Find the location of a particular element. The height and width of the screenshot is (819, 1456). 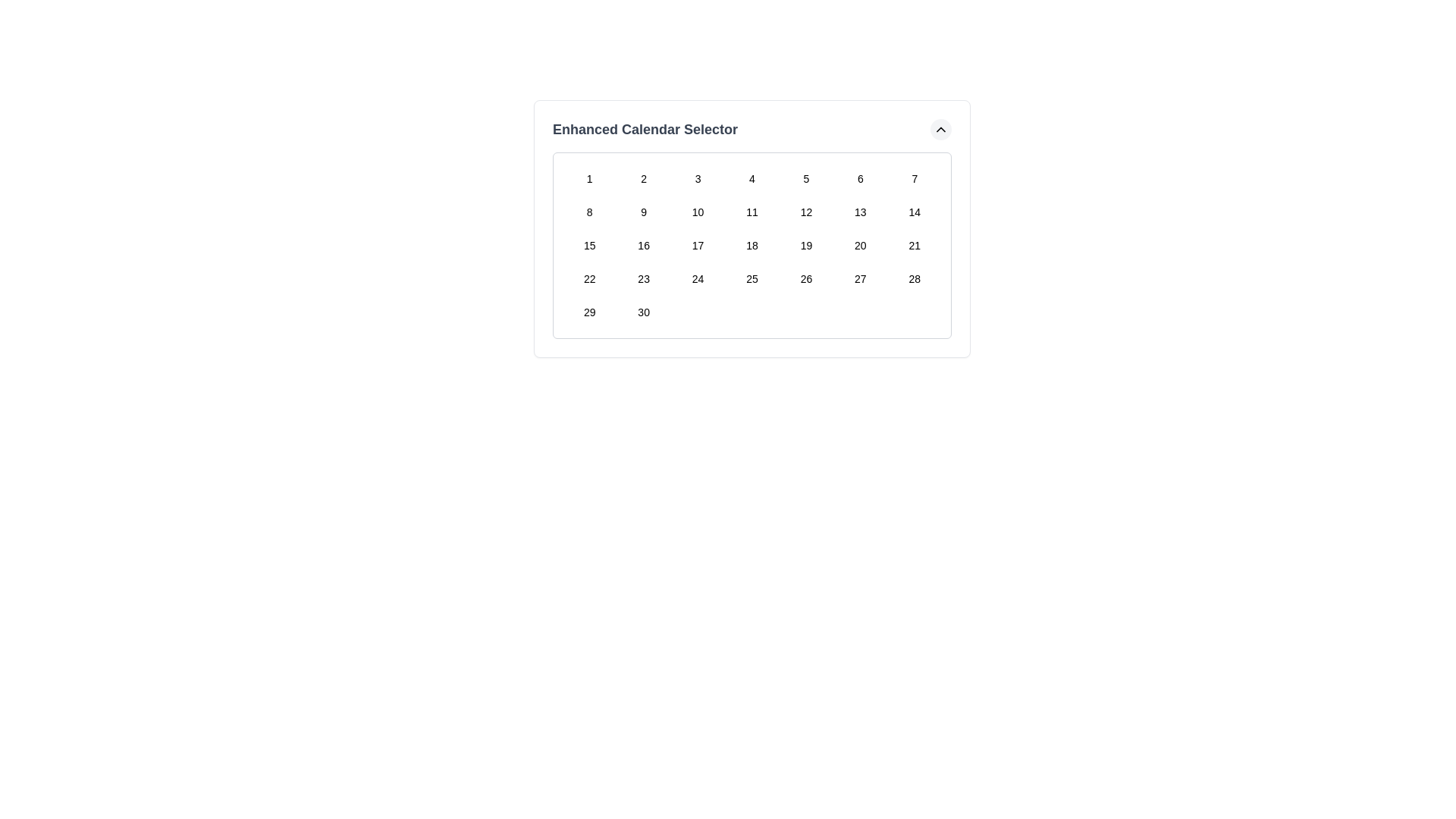

the button displaying the number '5' in bold text style is located at coordinates (805, 177).